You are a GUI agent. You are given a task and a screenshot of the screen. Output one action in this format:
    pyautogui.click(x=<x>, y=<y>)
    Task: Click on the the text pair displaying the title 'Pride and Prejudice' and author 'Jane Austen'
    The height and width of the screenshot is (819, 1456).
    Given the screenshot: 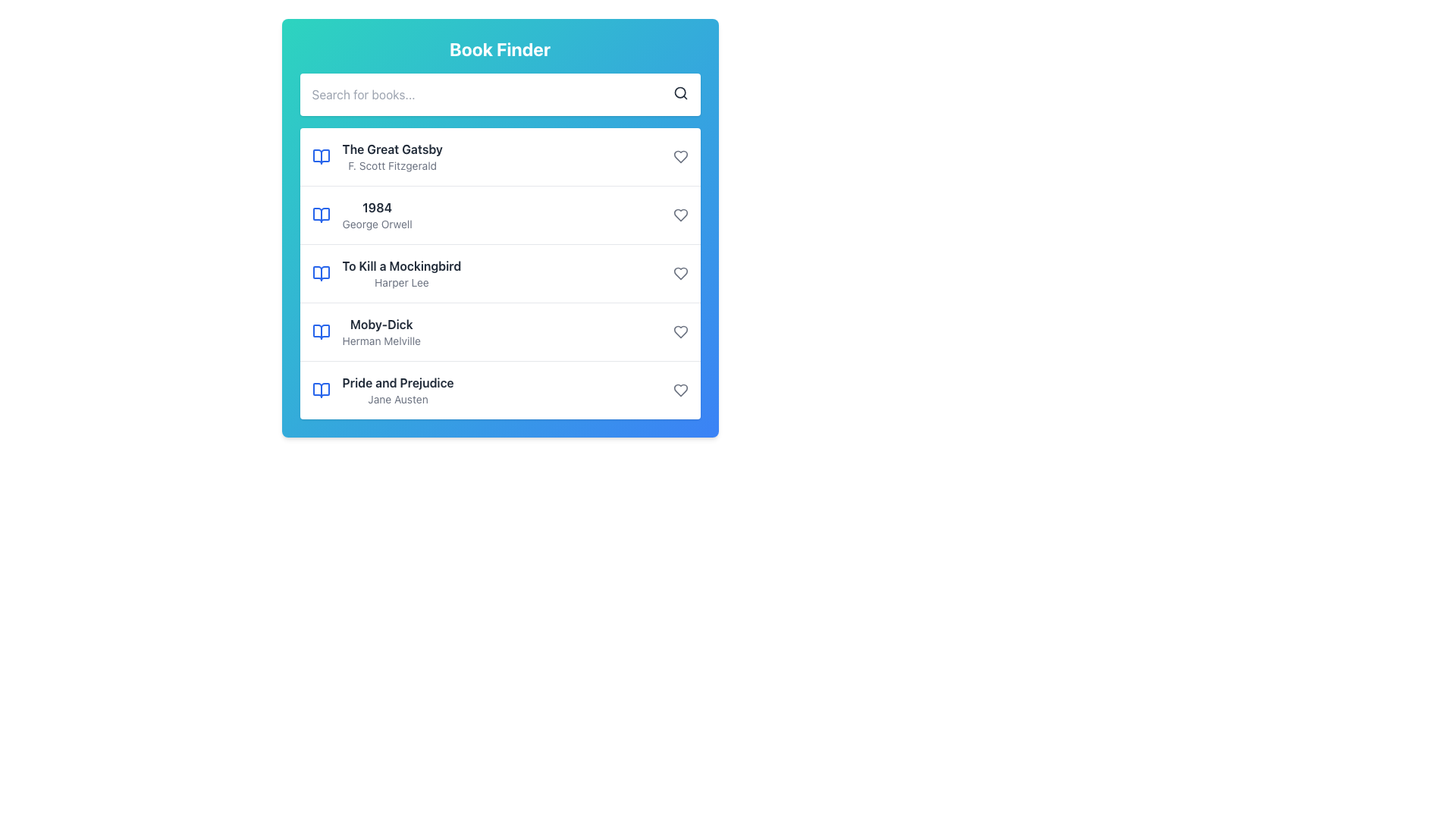 What is the action you would take?
    pyautogui.click(x=398, y=390)
    